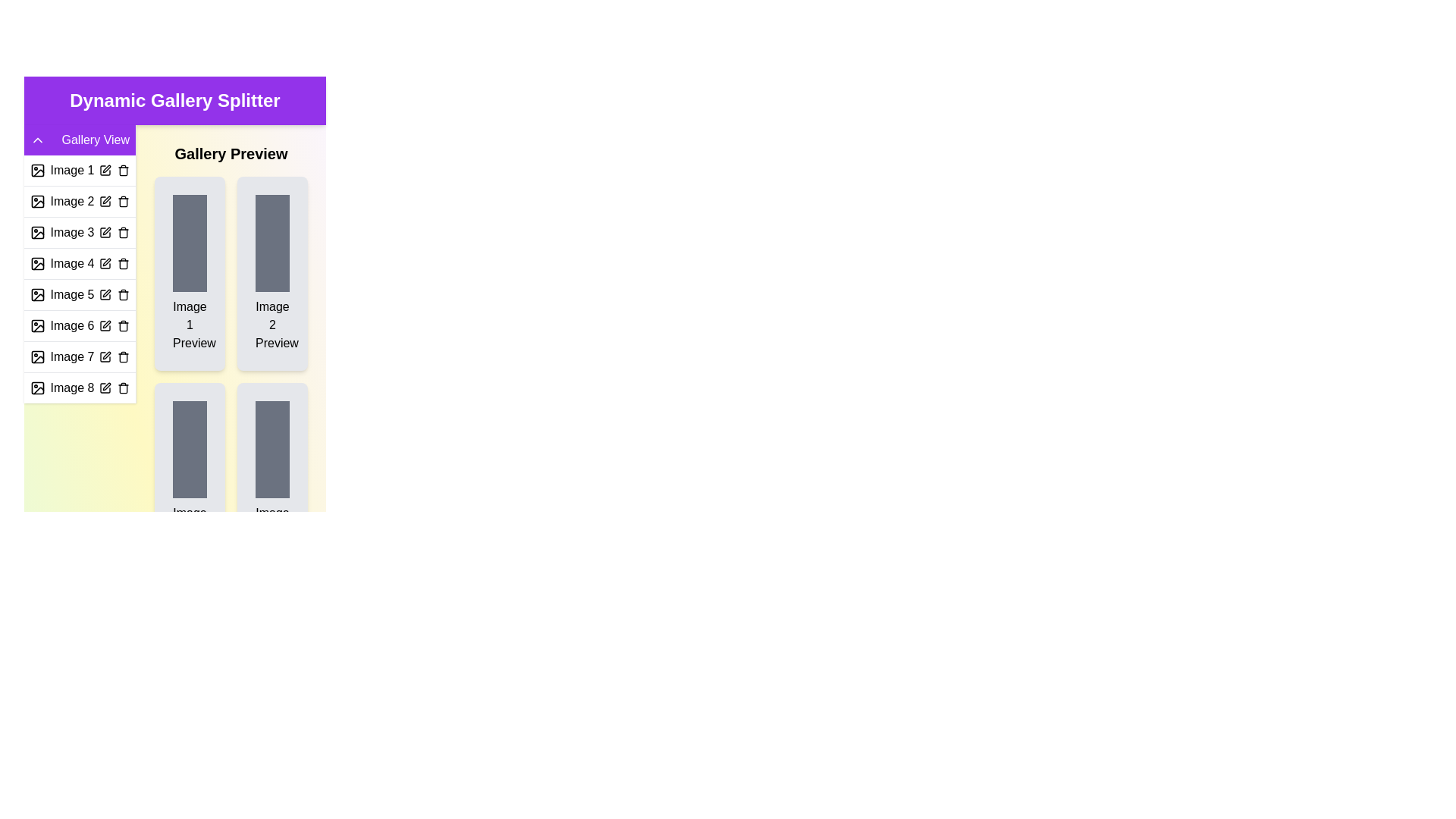 The width and height of the screenshot is (1456, 819). Describe the element at coordinates (37, 262) in the screenshot. I see `the leftmost icon representing the image preview for the 'Image 4' item in the 'Gallery View' section` at that location.